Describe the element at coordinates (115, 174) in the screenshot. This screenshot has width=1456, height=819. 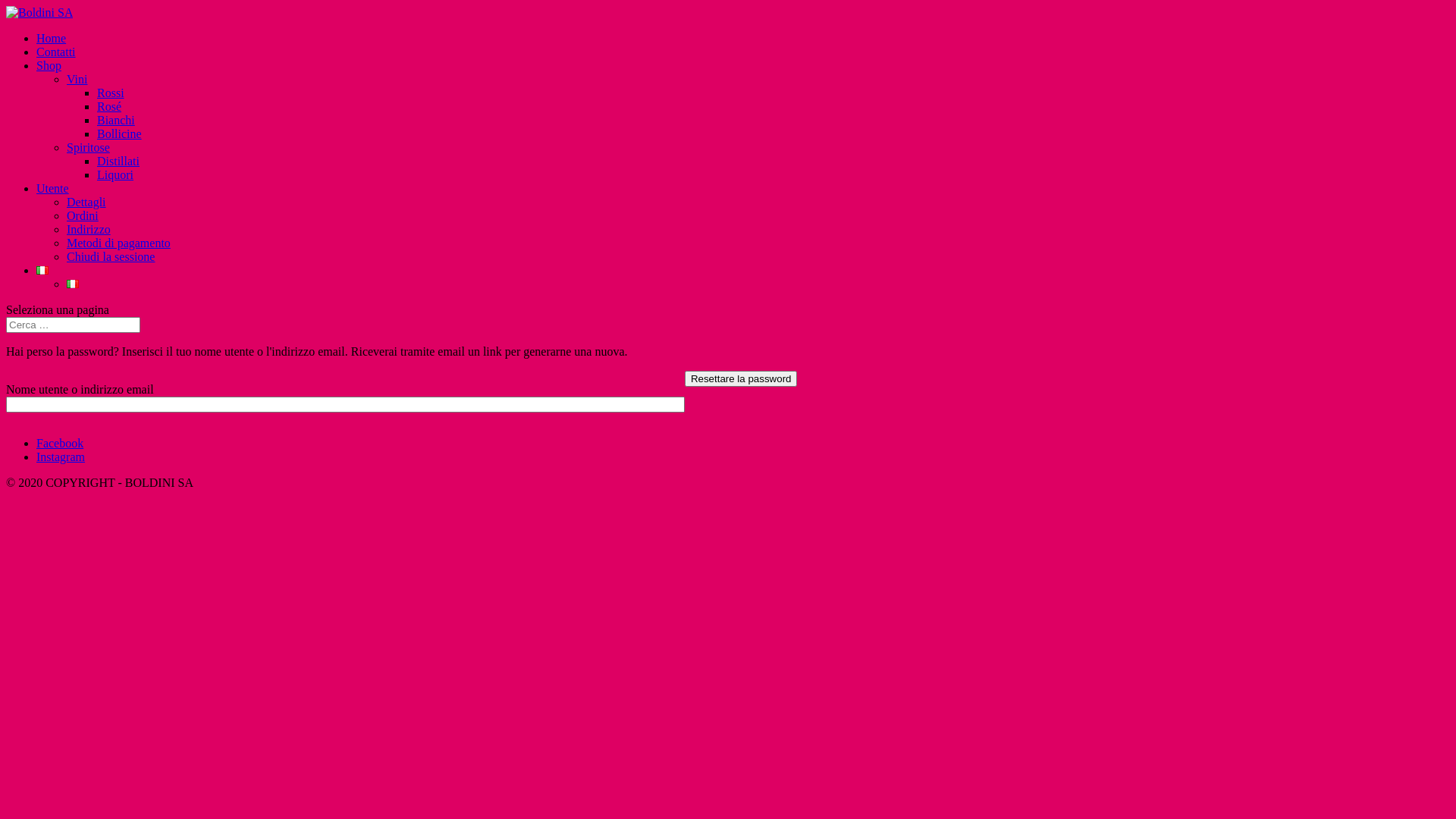
I see `'Liquori'` at that location.